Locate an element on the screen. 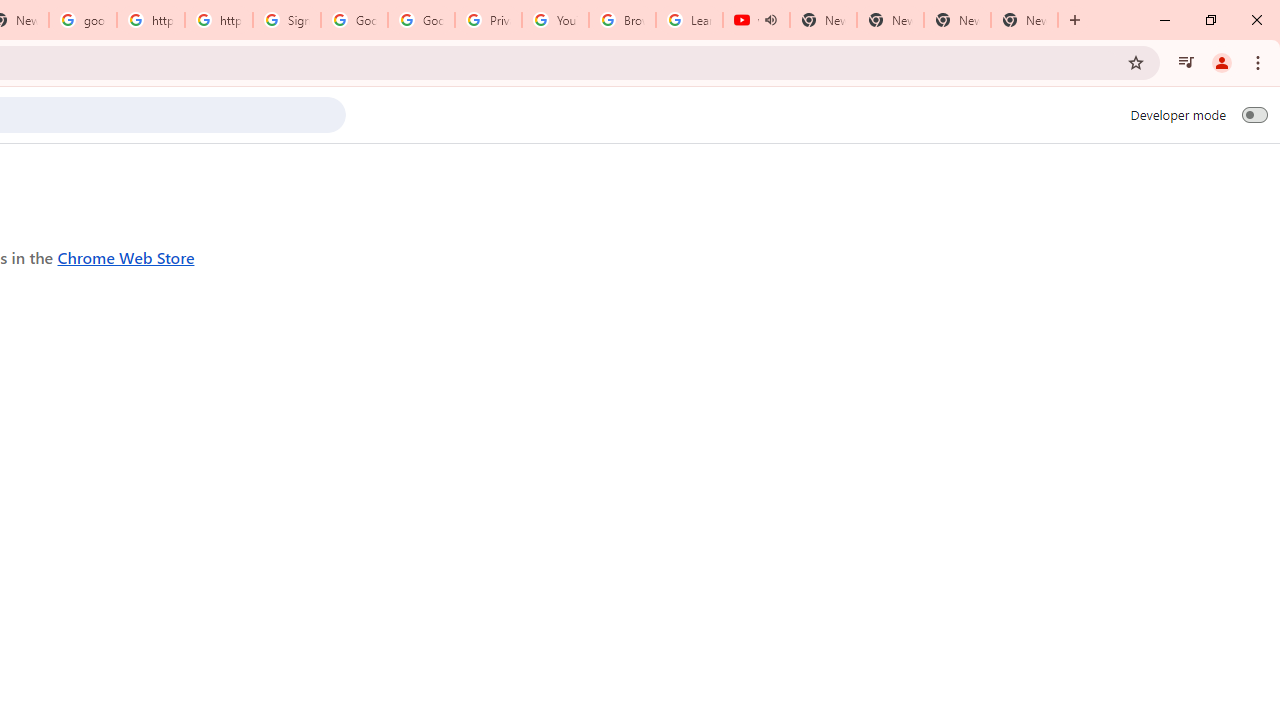 This screenshot has height=720, width=1280. 'YouTube' is located at coordinates (555, 20).